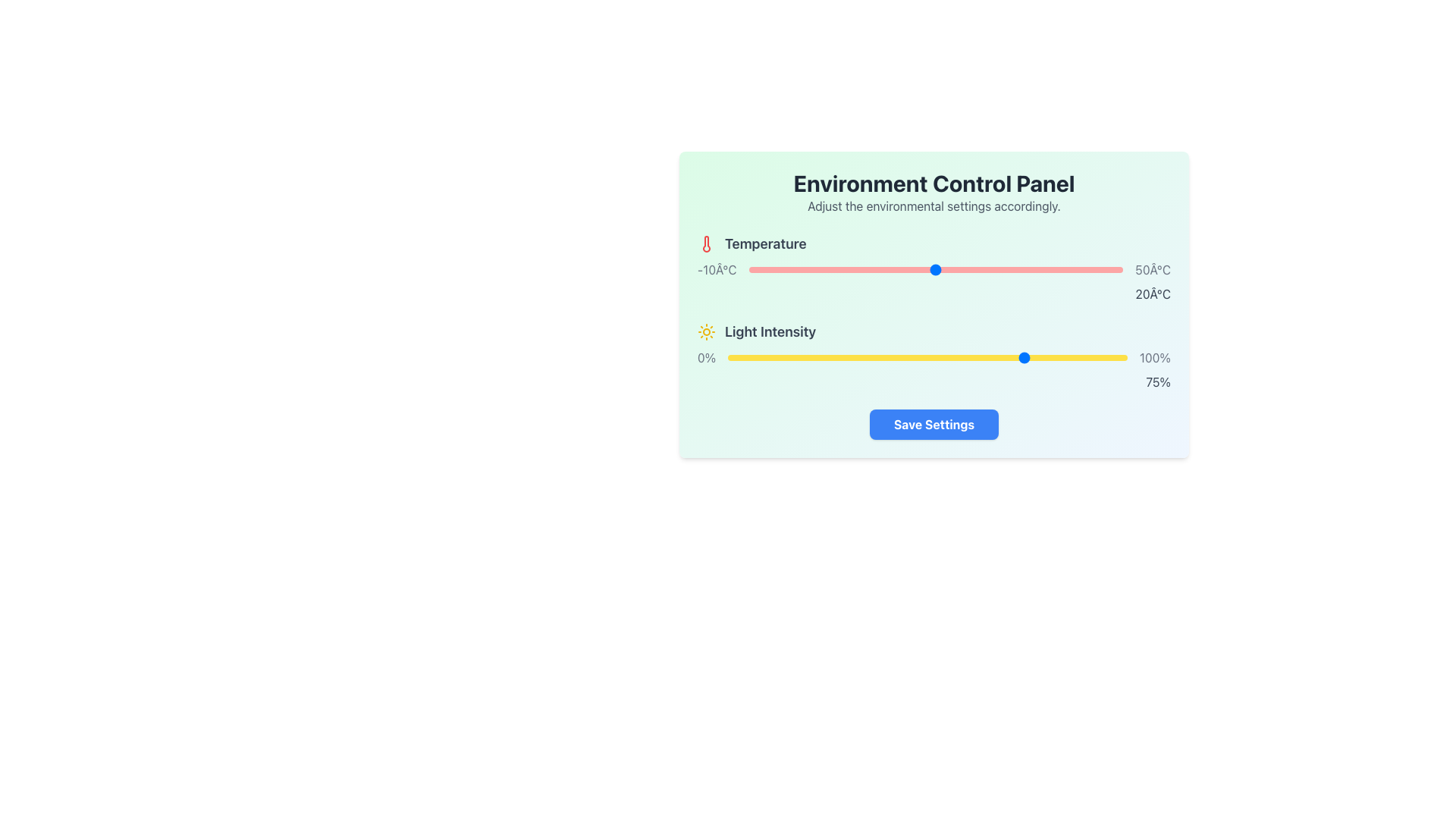 The image size is (1456, 819). I want to click on the temperature range slider located in the 'Environment Control Panel' section, which is the only slider between the '-10°C' and '50°C' labels, to receive potential feedback, so click(935, 268).